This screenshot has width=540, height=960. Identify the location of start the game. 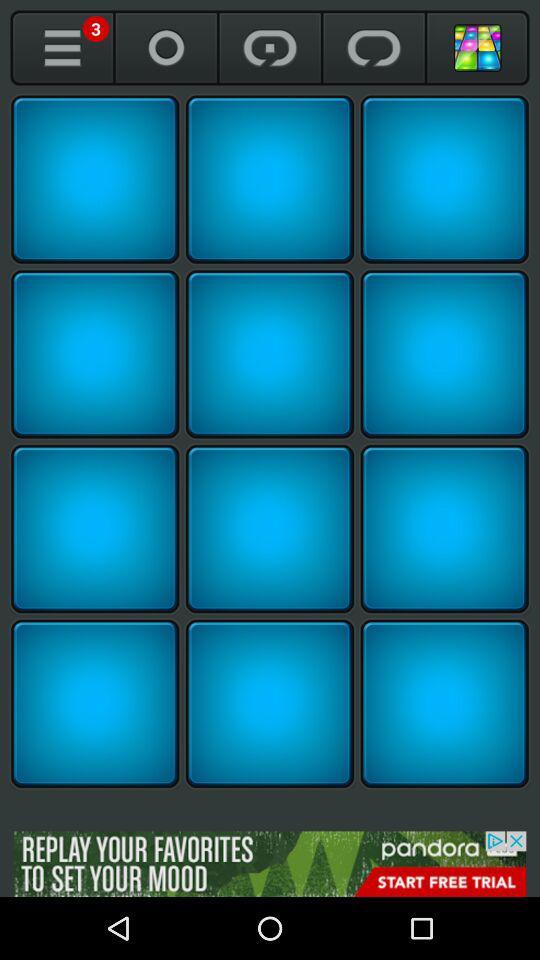
(94, 528).